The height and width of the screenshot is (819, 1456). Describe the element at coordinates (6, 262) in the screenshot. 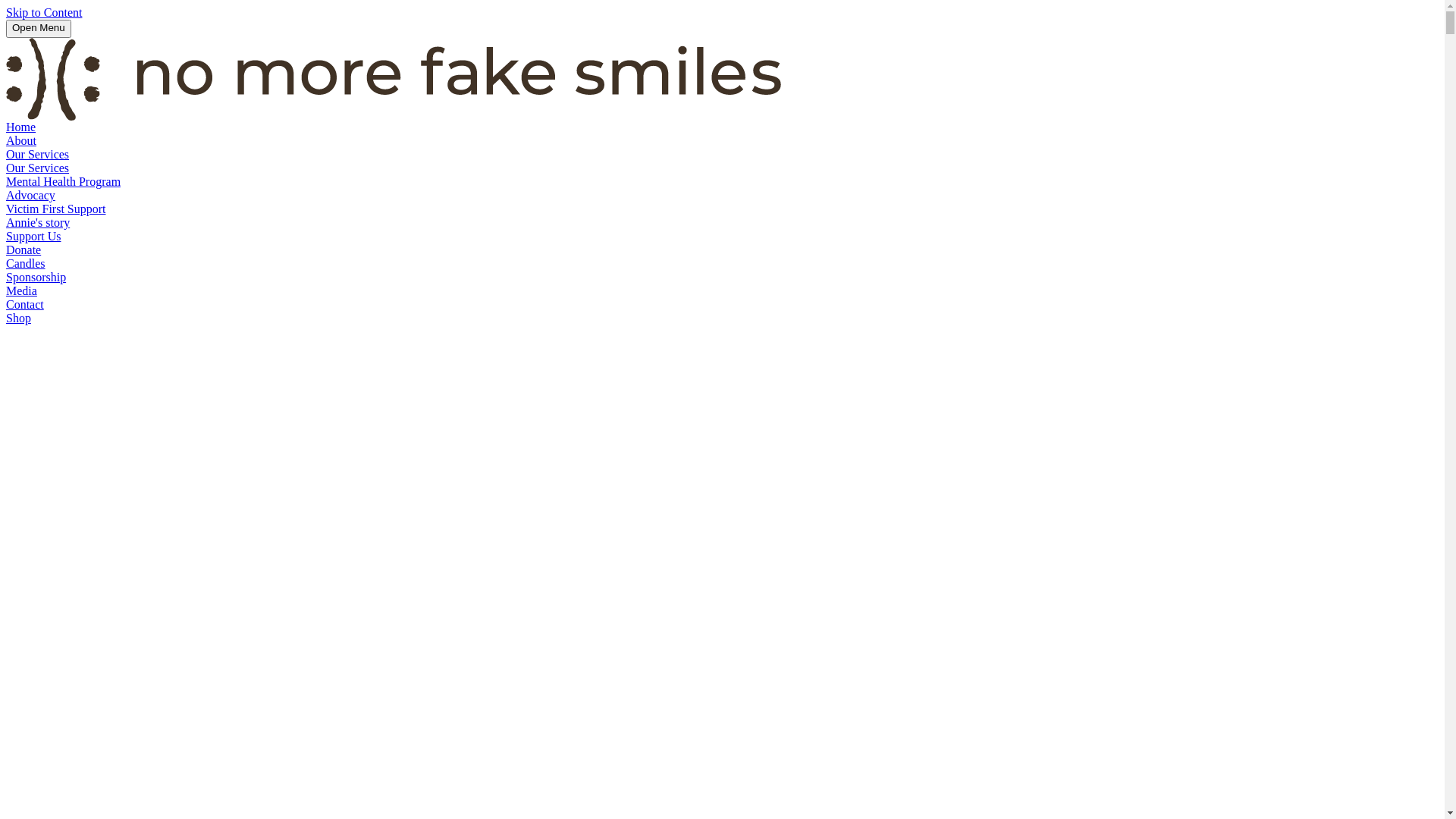

I see `'Candles'` at that location.